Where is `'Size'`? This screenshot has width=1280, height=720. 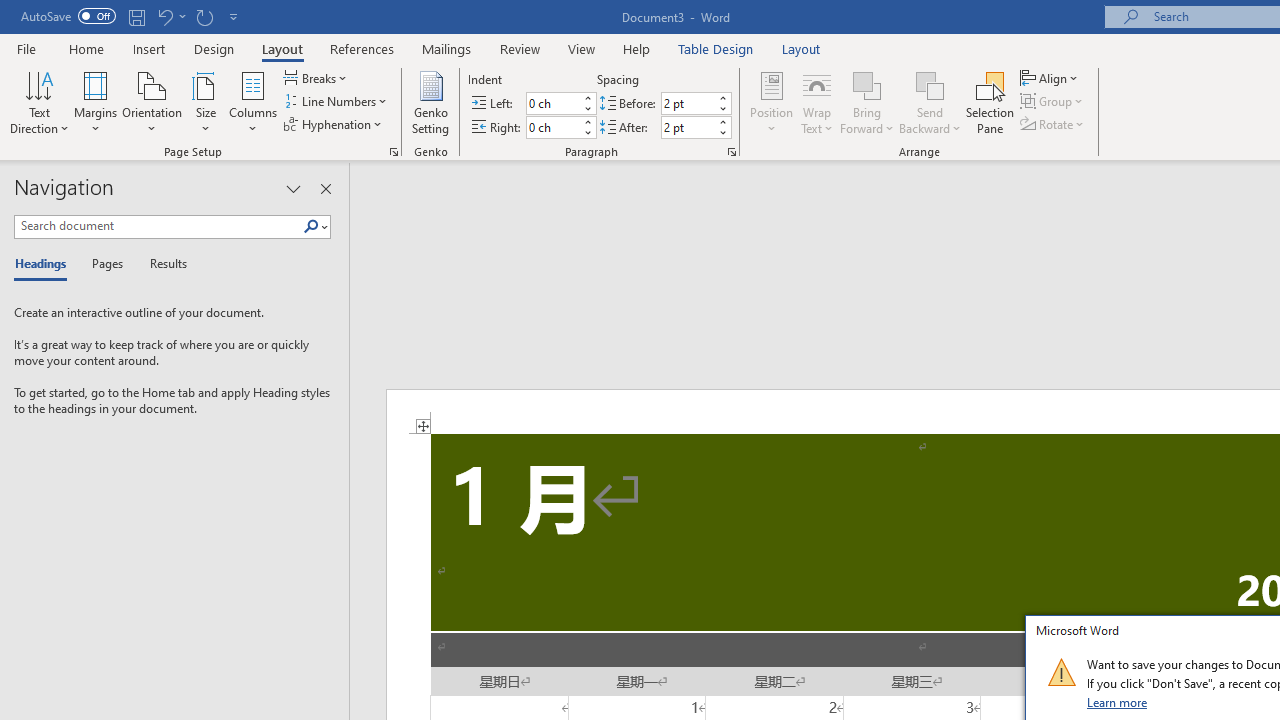 'Size' is located at coordinates (206, 103).